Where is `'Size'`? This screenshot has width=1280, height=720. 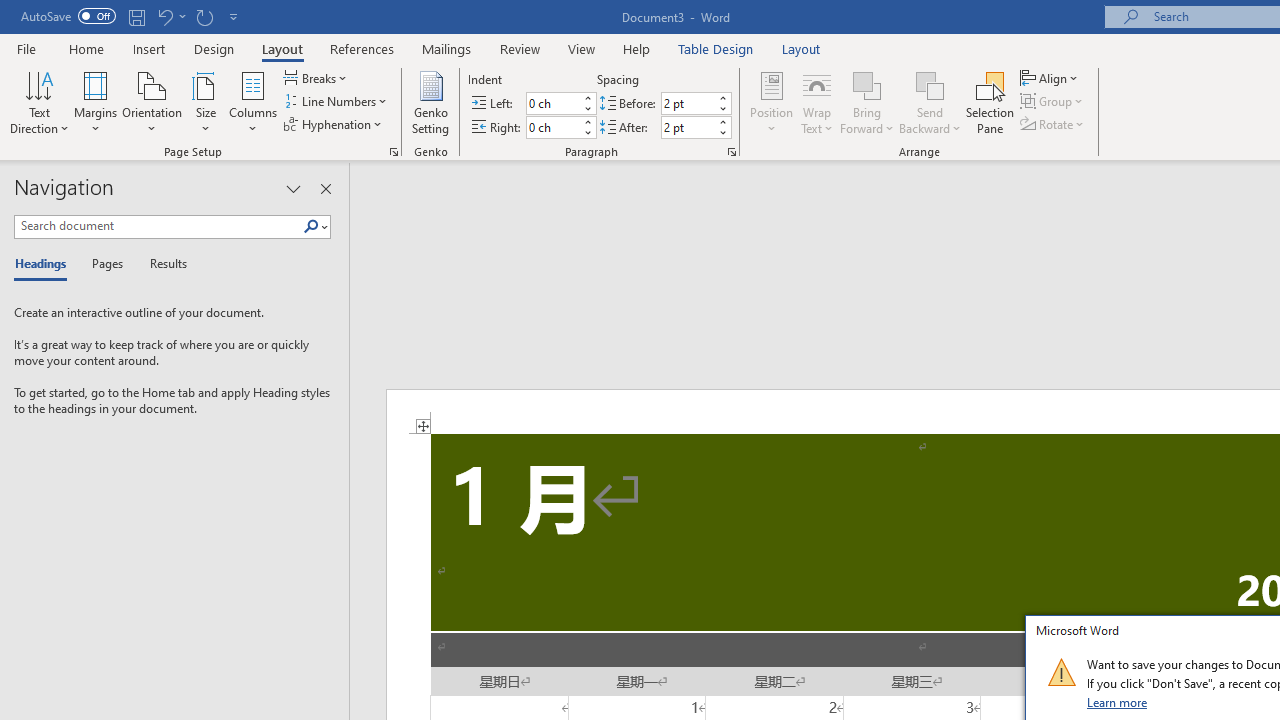 'Size' is located at coordinates (206, 103).